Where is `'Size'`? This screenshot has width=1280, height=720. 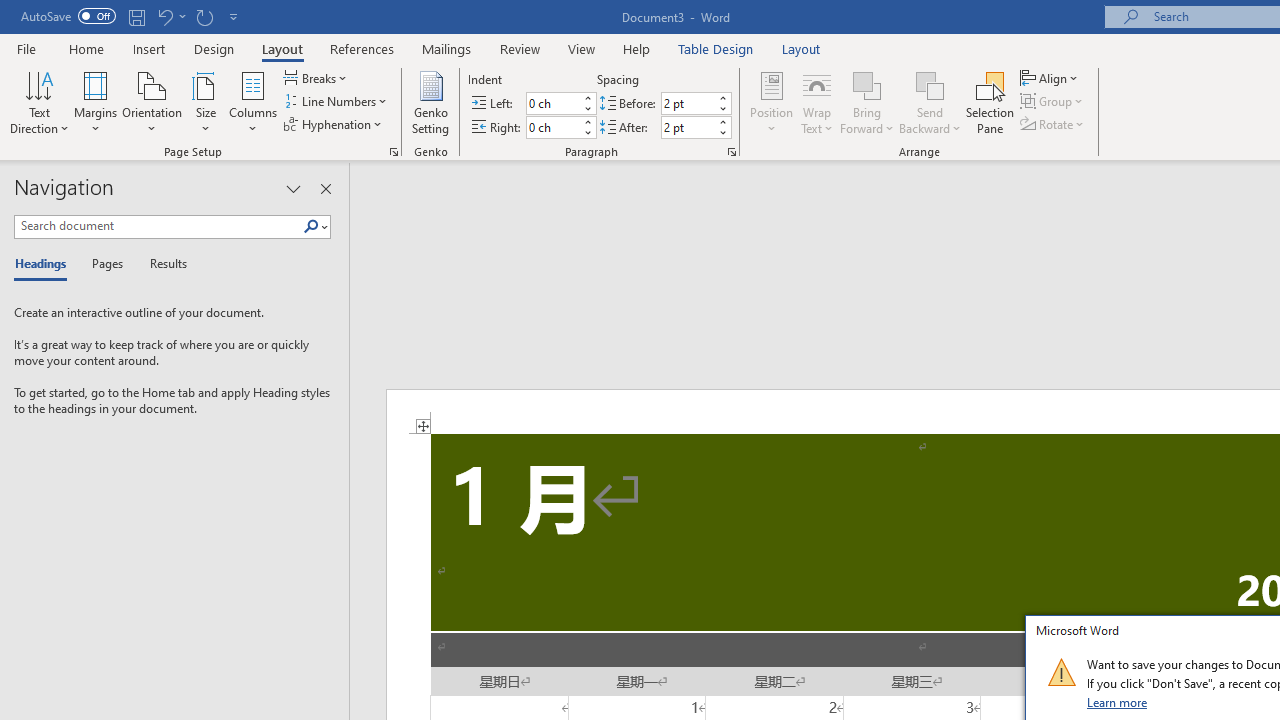 'Size' is located at coordinates (206, 103).